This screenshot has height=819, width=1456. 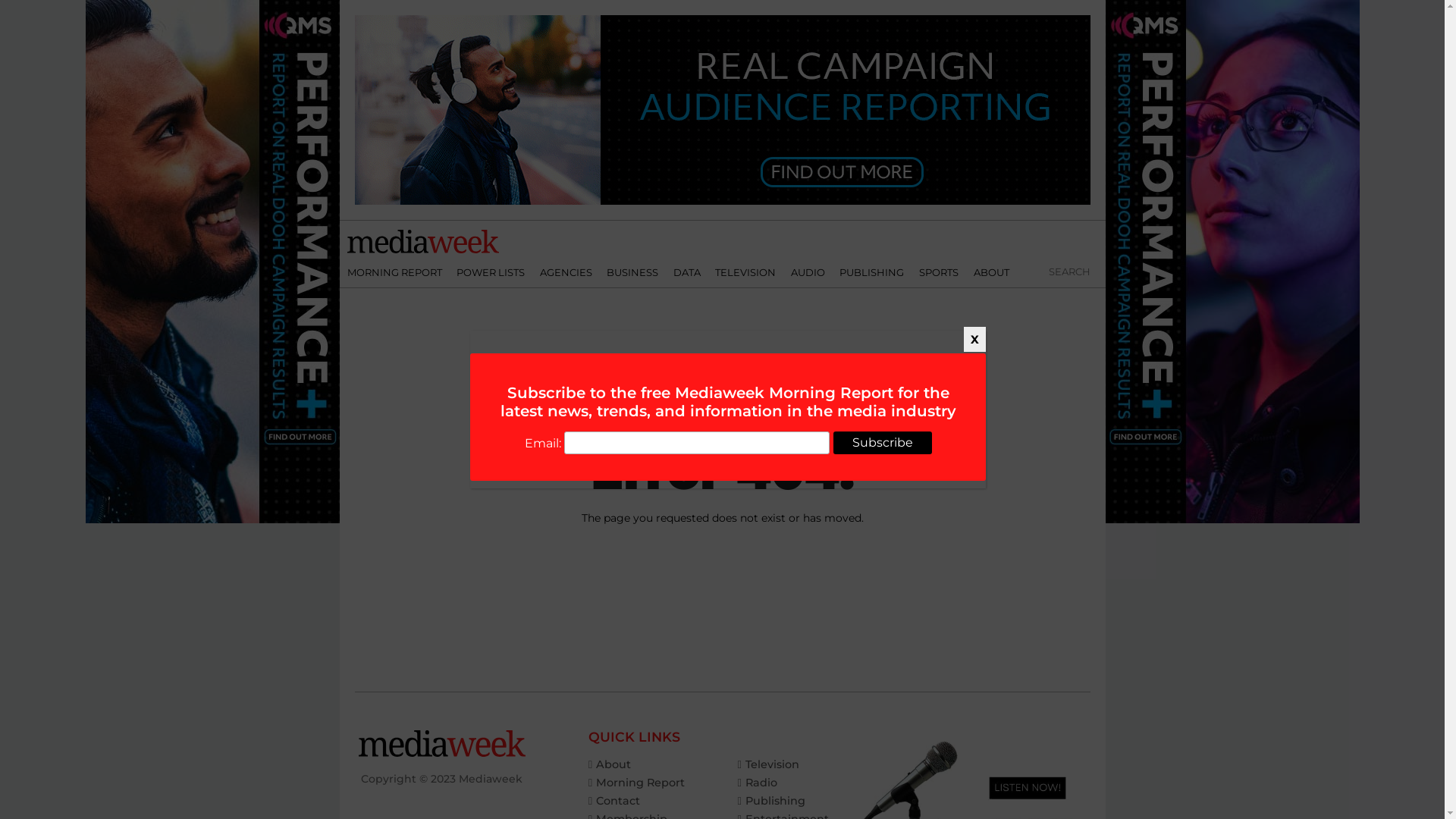 I want to click on 'POWER LISTS', so click(x=491, y=271).